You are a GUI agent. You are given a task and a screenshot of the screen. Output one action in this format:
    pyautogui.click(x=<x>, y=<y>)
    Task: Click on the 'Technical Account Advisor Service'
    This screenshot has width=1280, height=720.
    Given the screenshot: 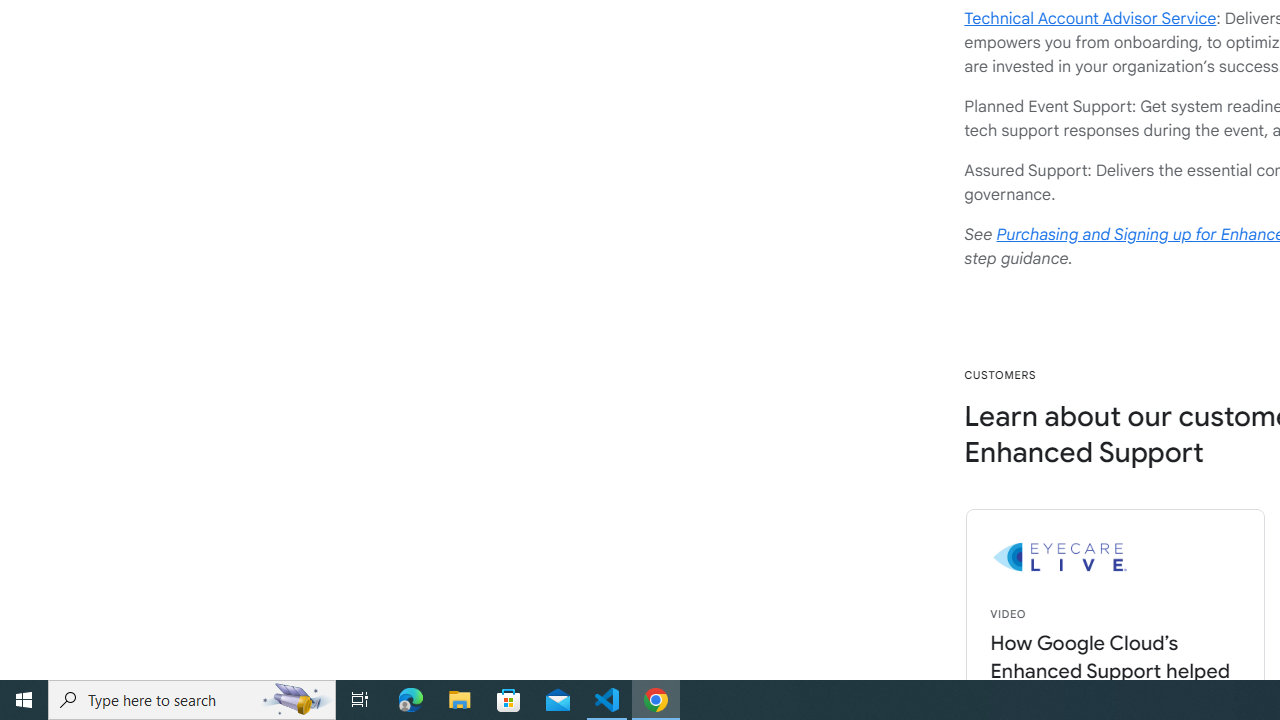 What is the action you would take?
    pyautogui.click(x=1089, y=18)
    